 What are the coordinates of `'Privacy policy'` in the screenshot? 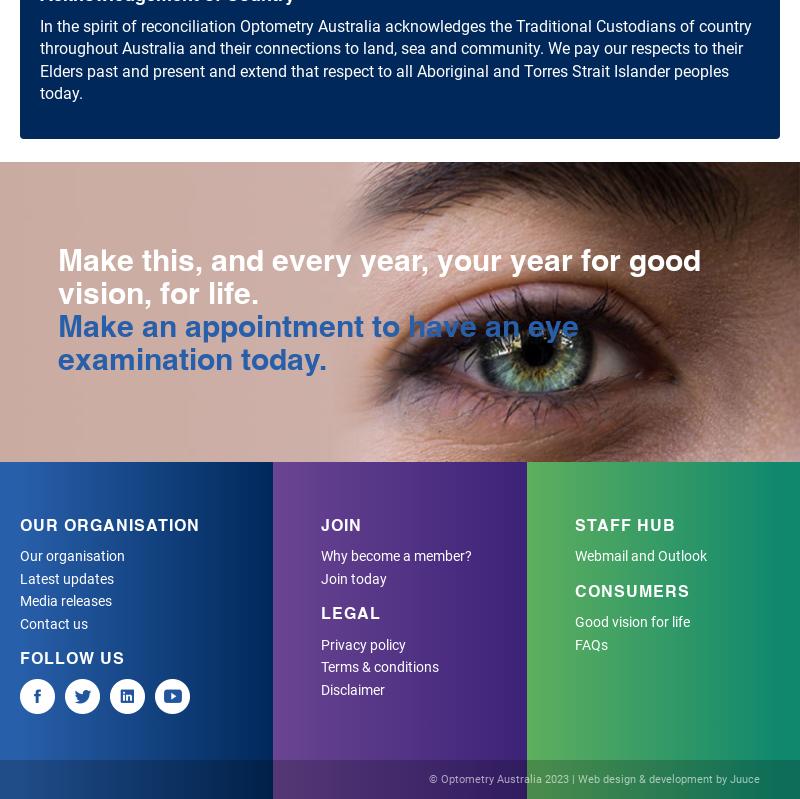 It's located at (363, 643).